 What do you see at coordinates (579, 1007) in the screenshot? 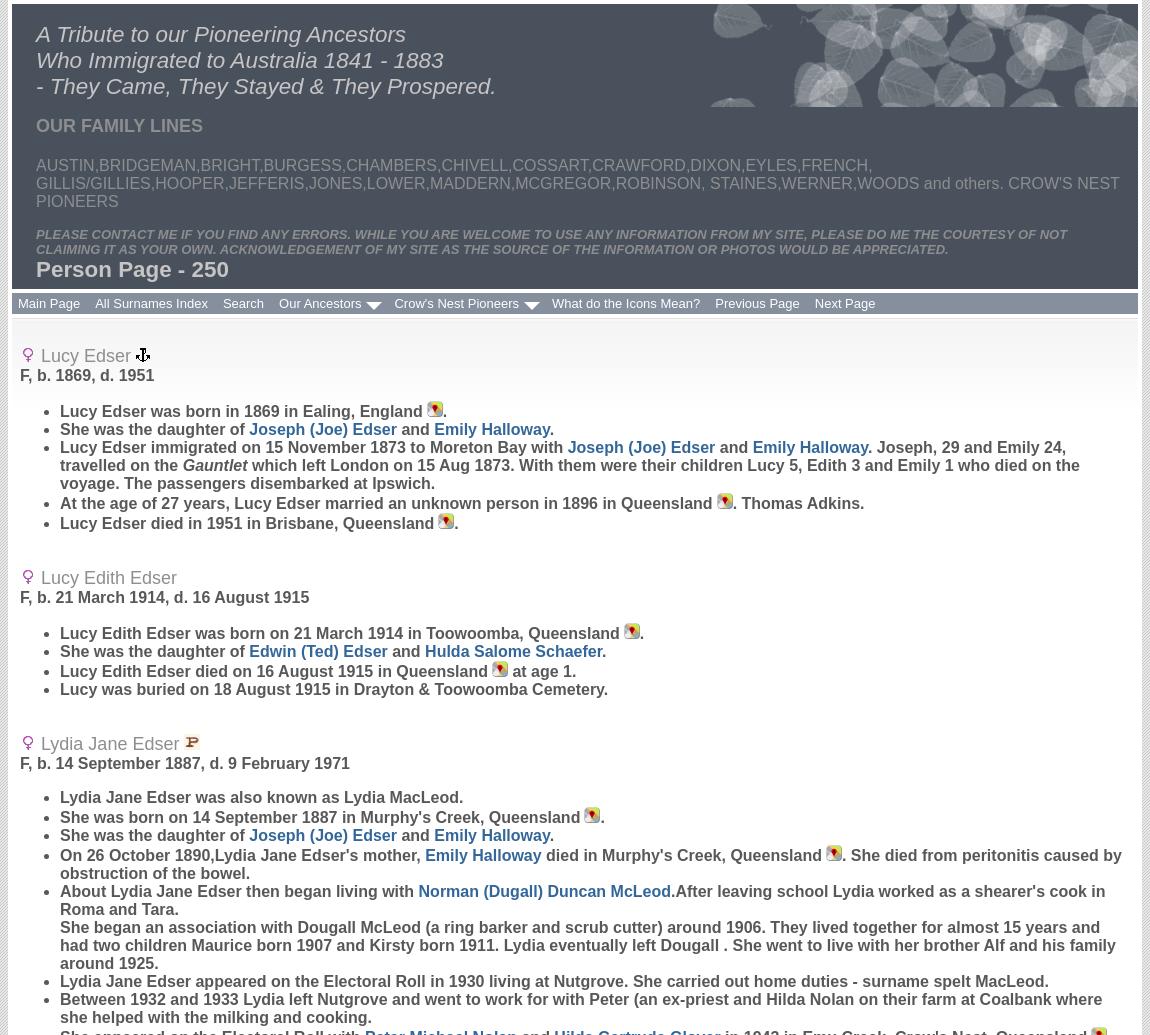
I see `'Between 1932 and 1933 Lydia left Nutgrove and went to work for with Peter (an ex-priest and Hilda Nolan on their farm at Coalbank where she helped with the milking and cooking.'` at bounding box center [579, 1007].